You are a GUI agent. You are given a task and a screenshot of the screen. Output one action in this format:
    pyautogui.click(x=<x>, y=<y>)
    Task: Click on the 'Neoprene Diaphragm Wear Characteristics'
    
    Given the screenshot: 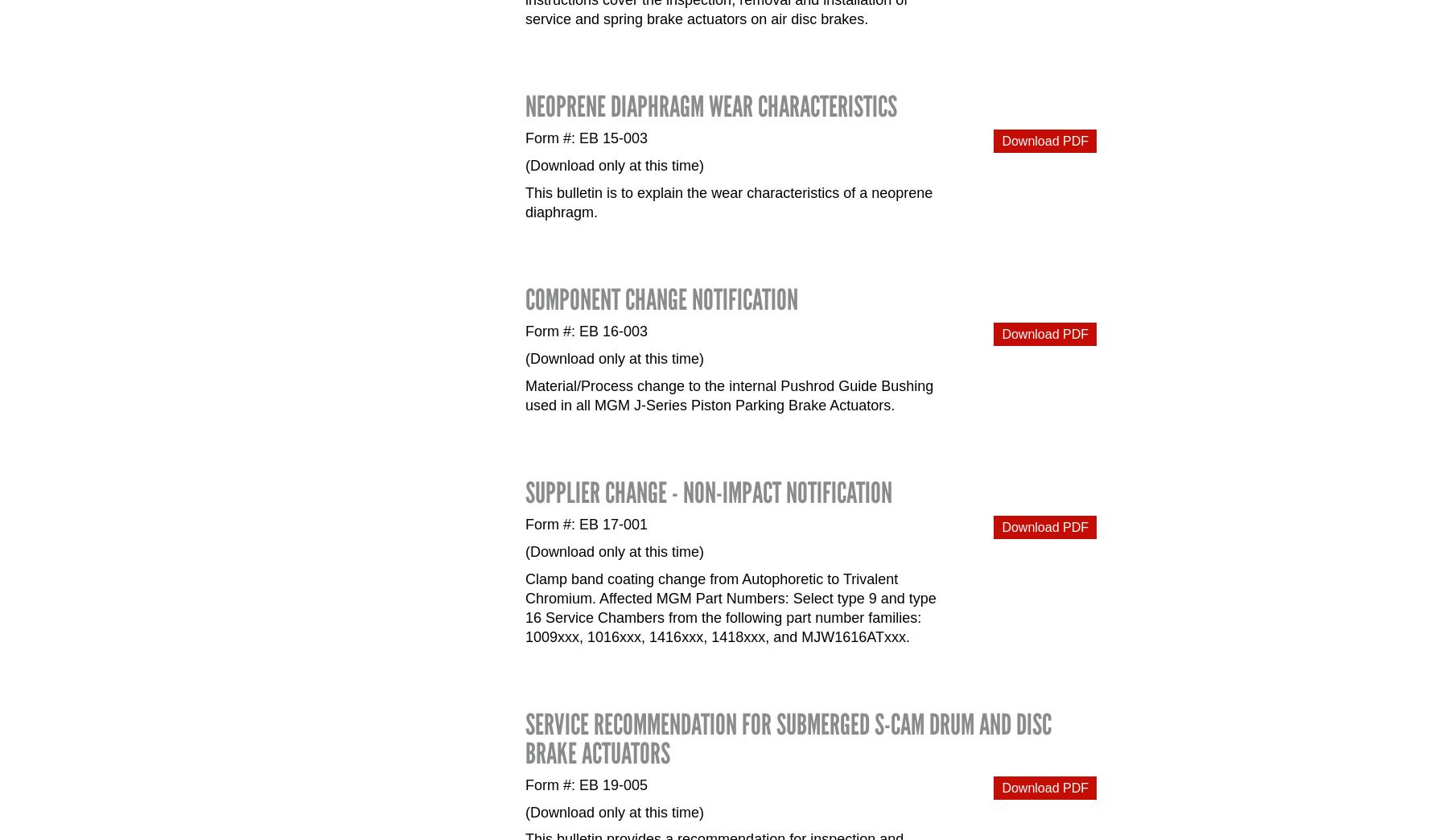 What is the action you would take?
    pyautogui.click(x=710, y=105)
    